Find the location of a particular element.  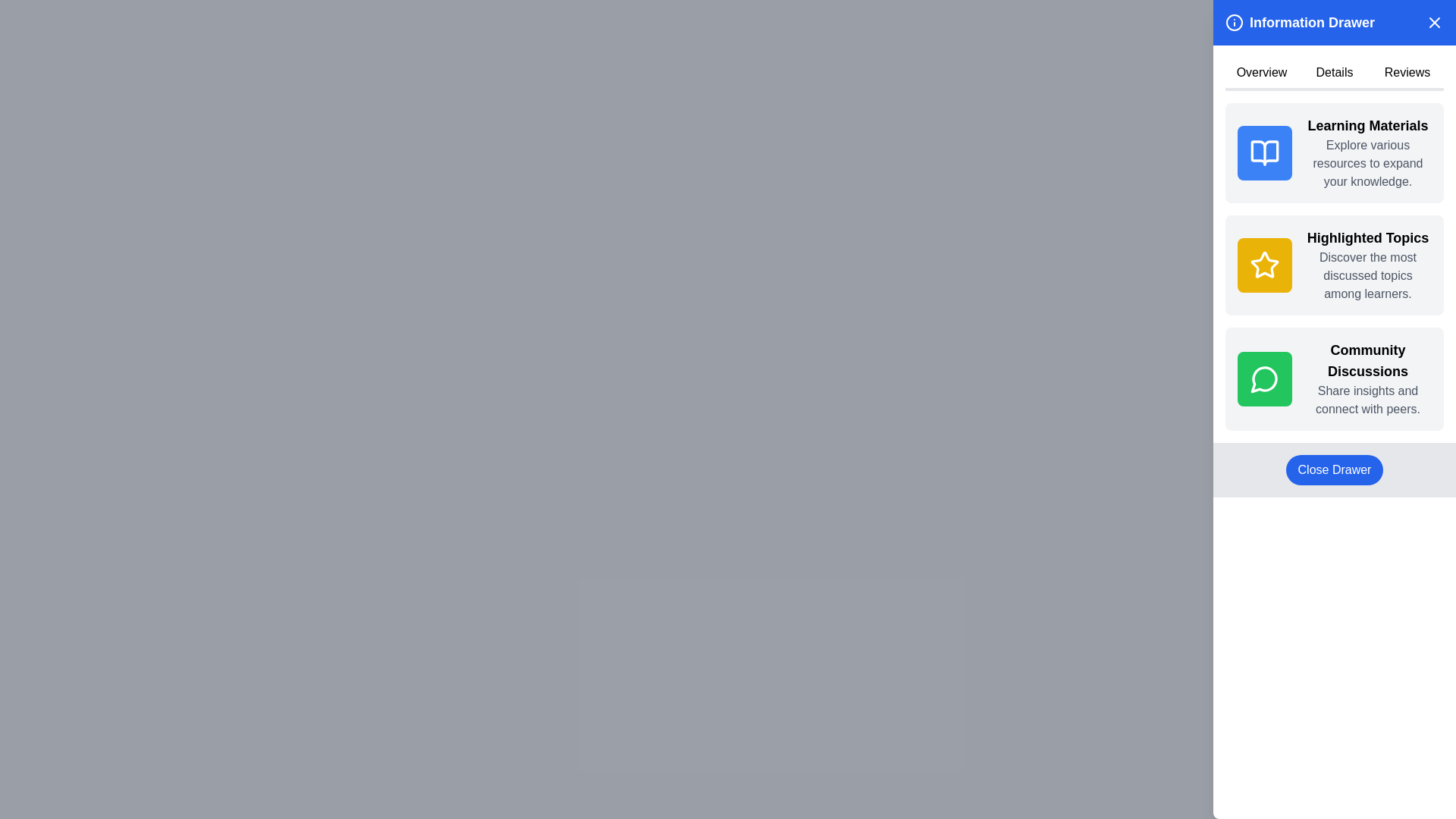

the 'Overview' navigation button, which is the first button in a group of three located at the top of the right-side panel is located at coordinates (1262, 74).